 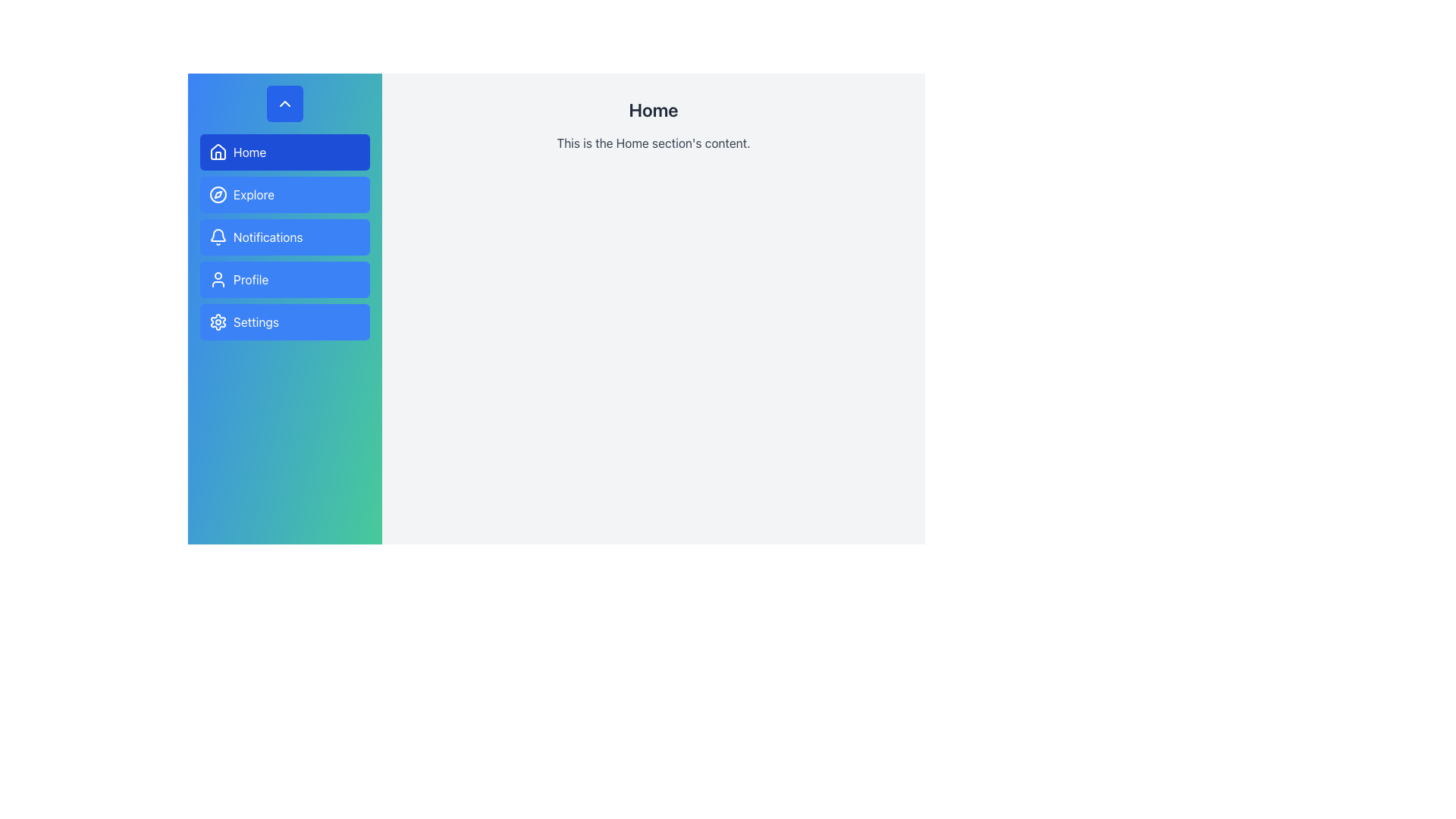 I want to click on the bell icon representing the Notifications menu, so click(x=218, y=237).